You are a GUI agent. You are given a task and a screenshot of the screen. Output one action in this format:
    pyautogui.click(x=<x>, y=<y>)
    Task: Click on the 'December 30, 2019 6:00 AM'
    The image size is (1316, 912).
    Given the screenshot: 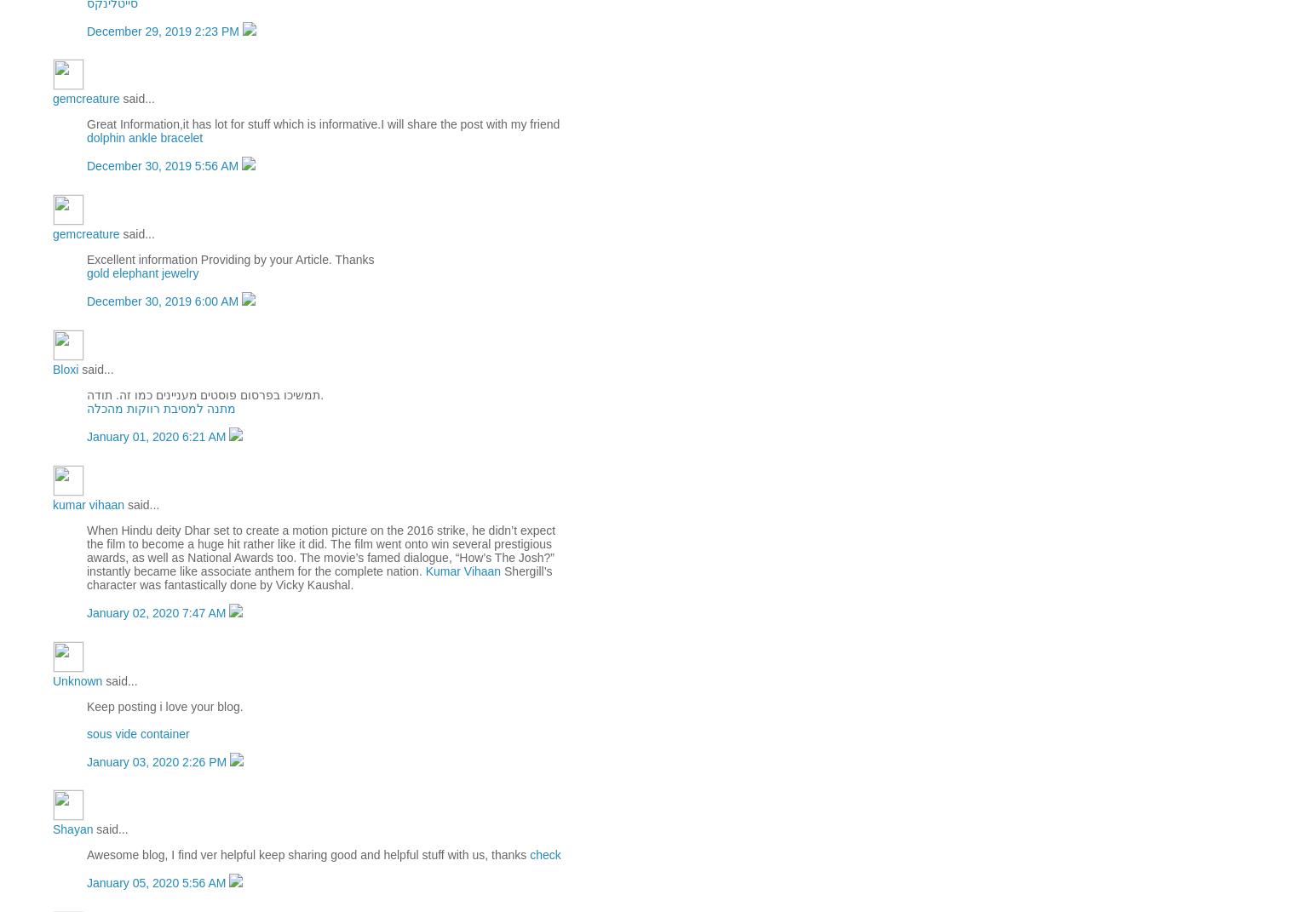 What is the action you would take?
    pyautogui.click(x=164, y=300)
    